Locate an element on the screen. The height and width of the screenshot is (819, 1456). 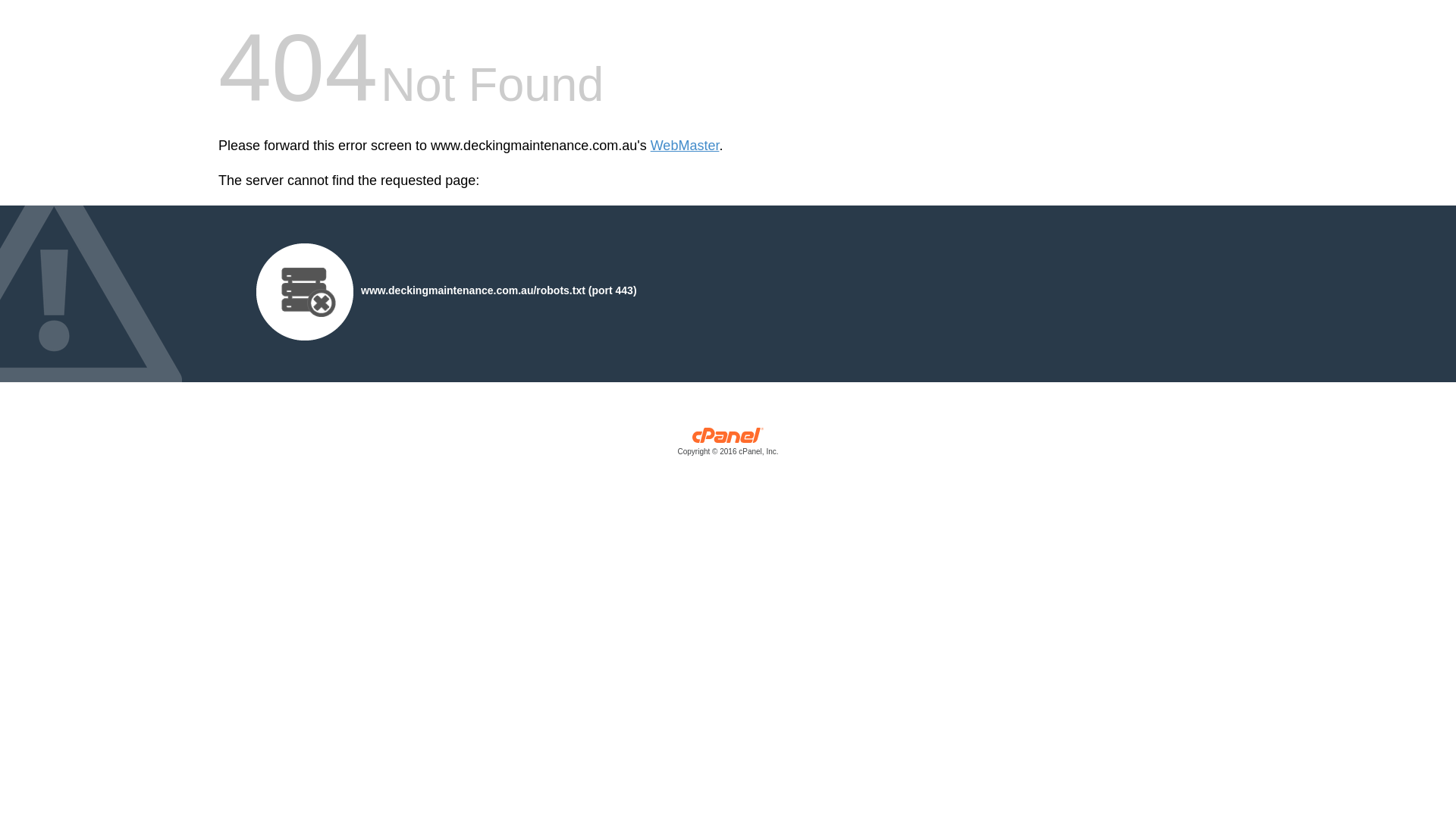
'WebMaster' is located at coordinates (684, 146).